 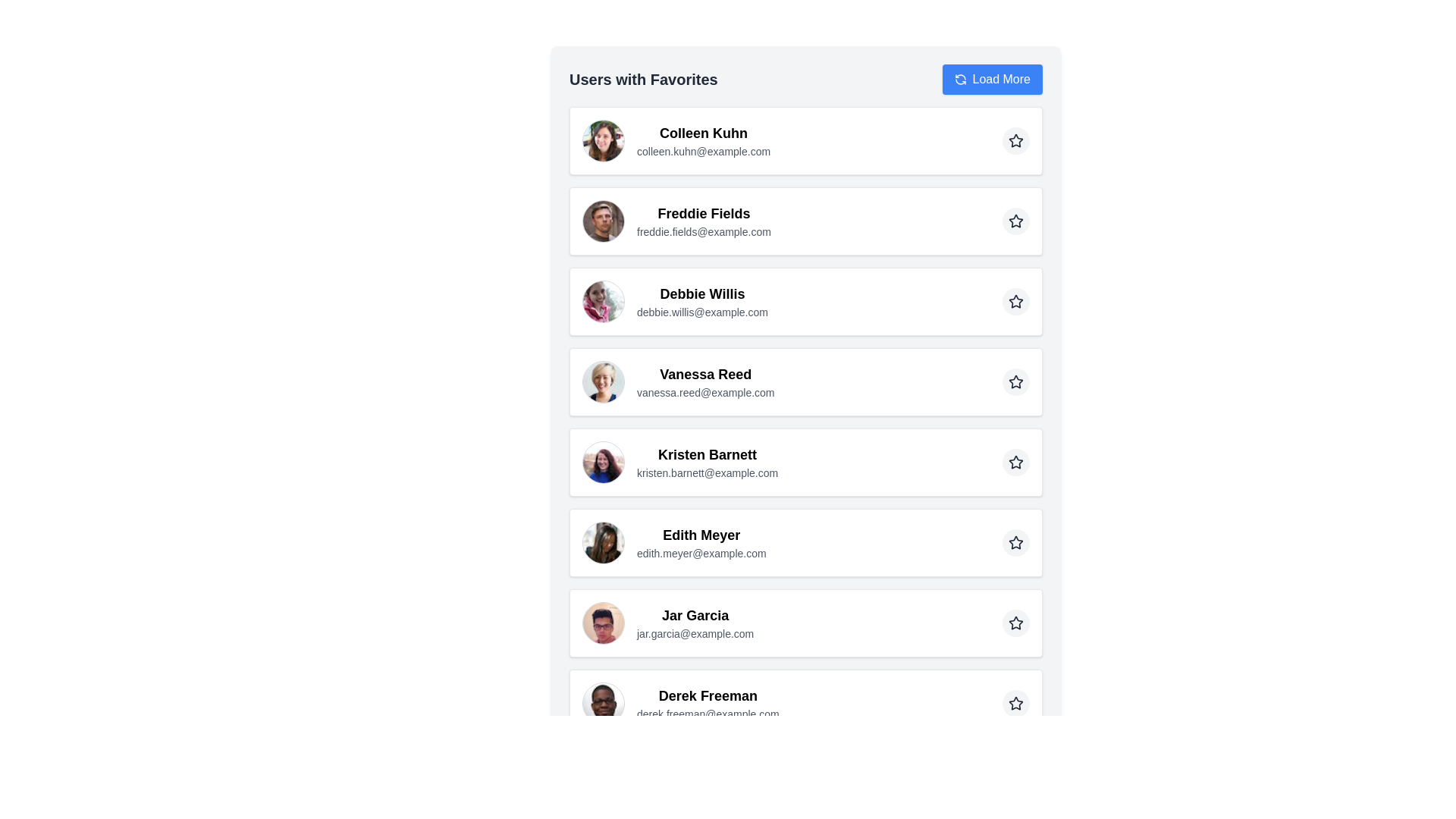 What do you see at coordinates (1015, 704) in the screenshot?
I see `the button with an icon to mark or favorite the user entry corresponding to 'Derek Freeman'` at bounding box center [1015, 704].